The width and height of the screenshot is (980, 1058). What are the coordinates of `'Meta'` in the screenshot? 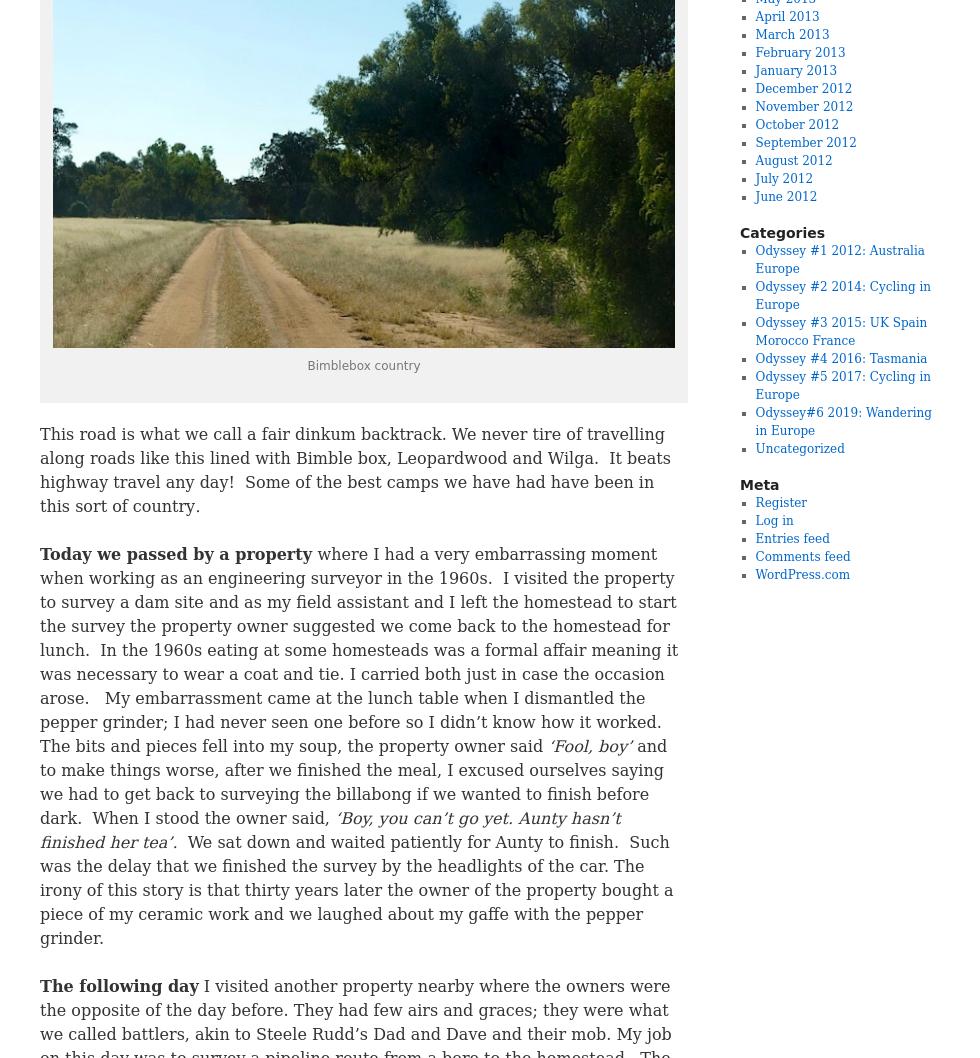 It's located at (759, 483).